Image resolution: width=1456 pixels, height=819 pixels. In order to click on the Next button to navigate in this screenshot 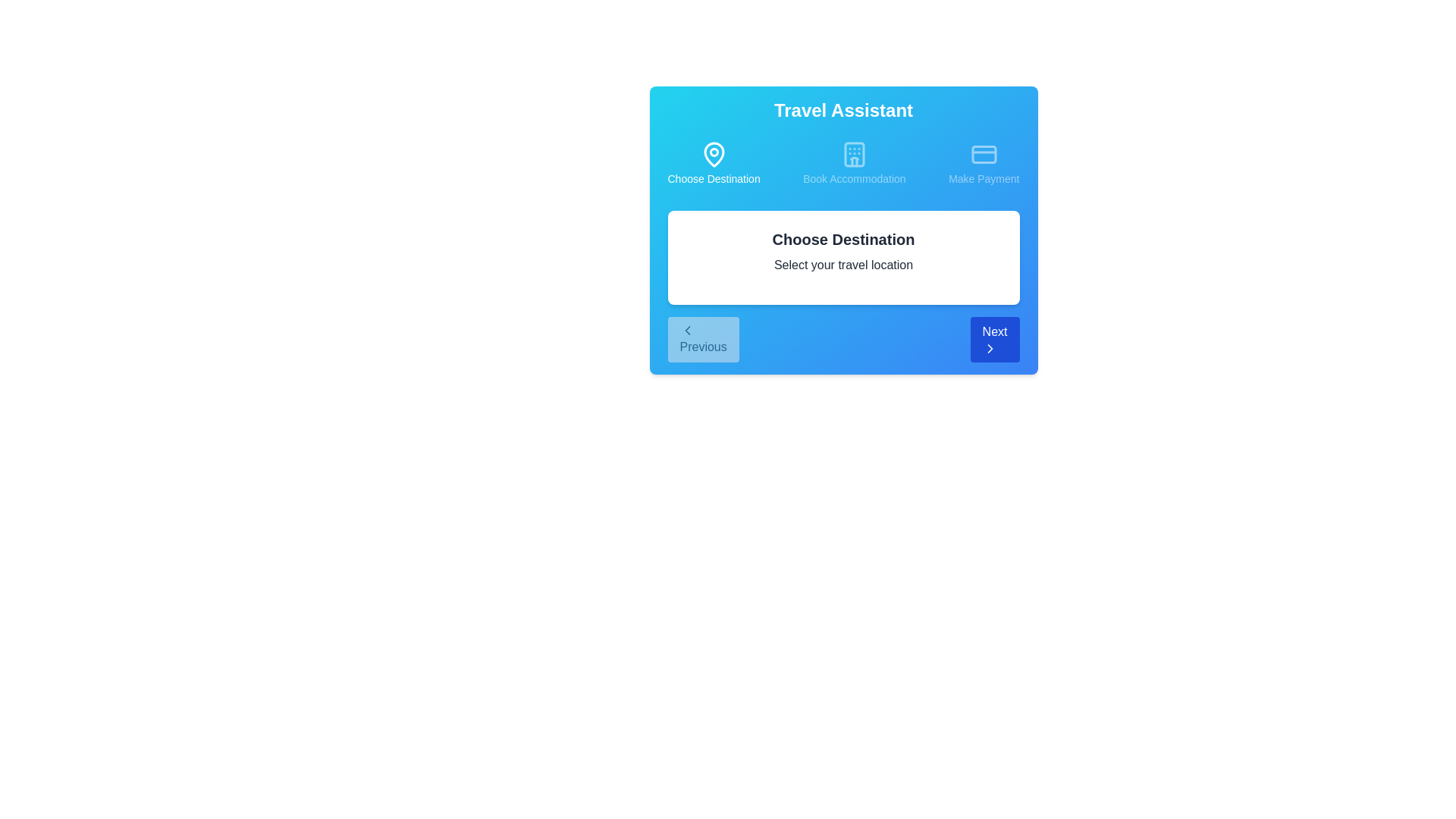, I will do `click(995, 338)`.